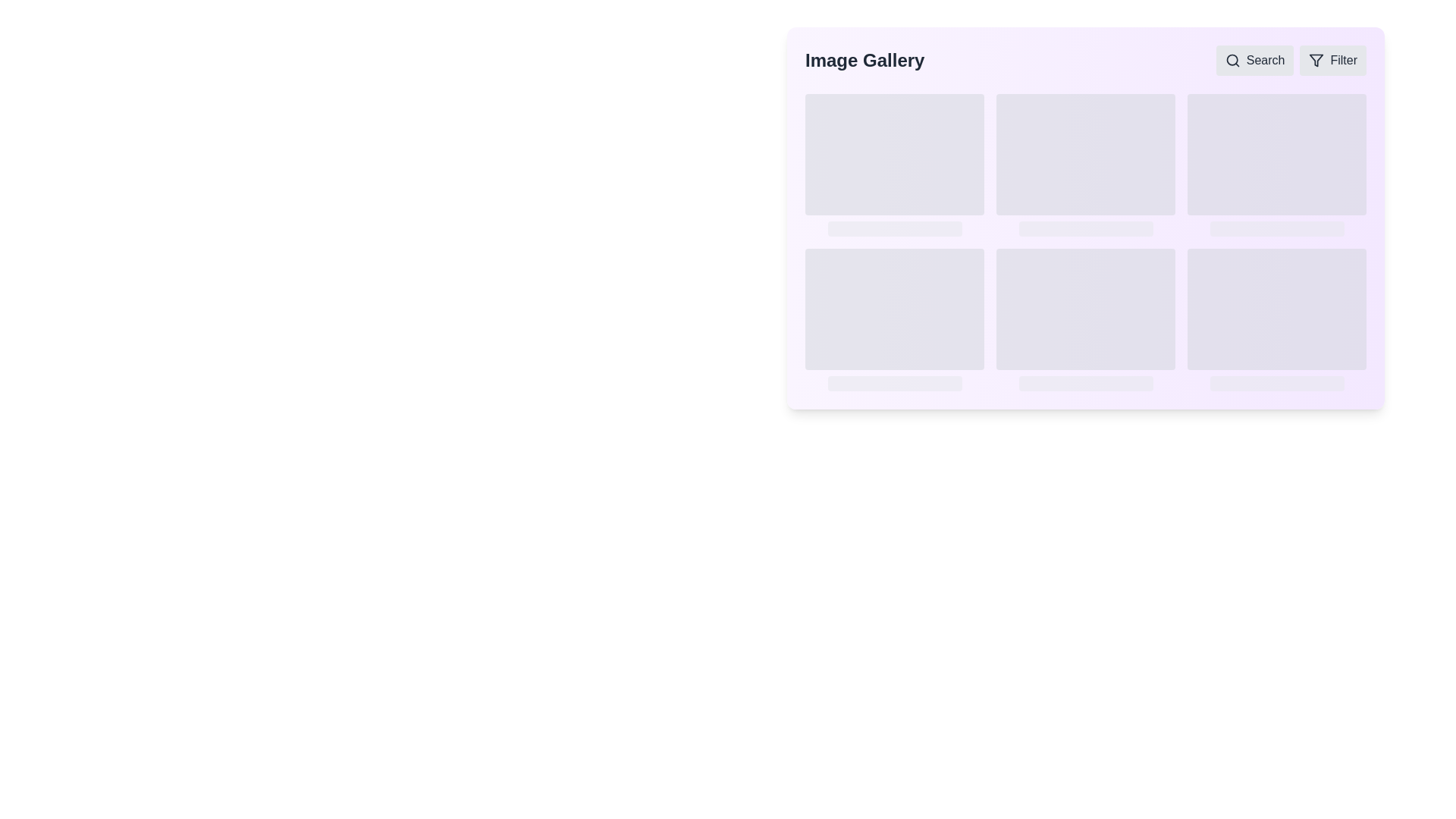  What do you see at coordinates (895, 318) in the screenshot?
I see `details of the placeholder or content card located in the seventh slot of the grid layout, which has a light gray color and rounded corners` at bounding box center [895, 318].